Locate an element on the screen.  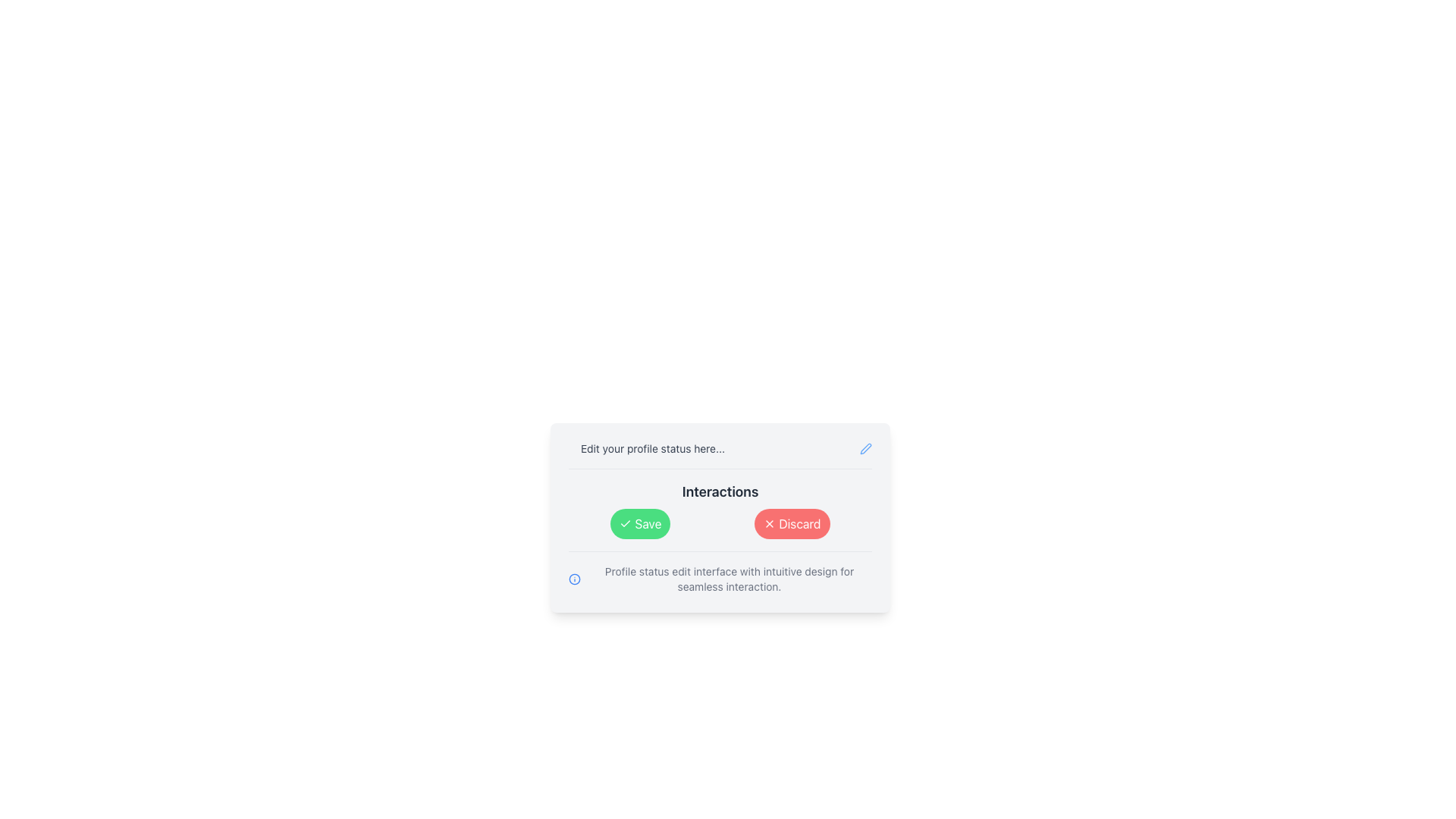
the static text label that instructs 'Edit your profile status here...' located at the top of the card interface is located at coordinates (647, 447).